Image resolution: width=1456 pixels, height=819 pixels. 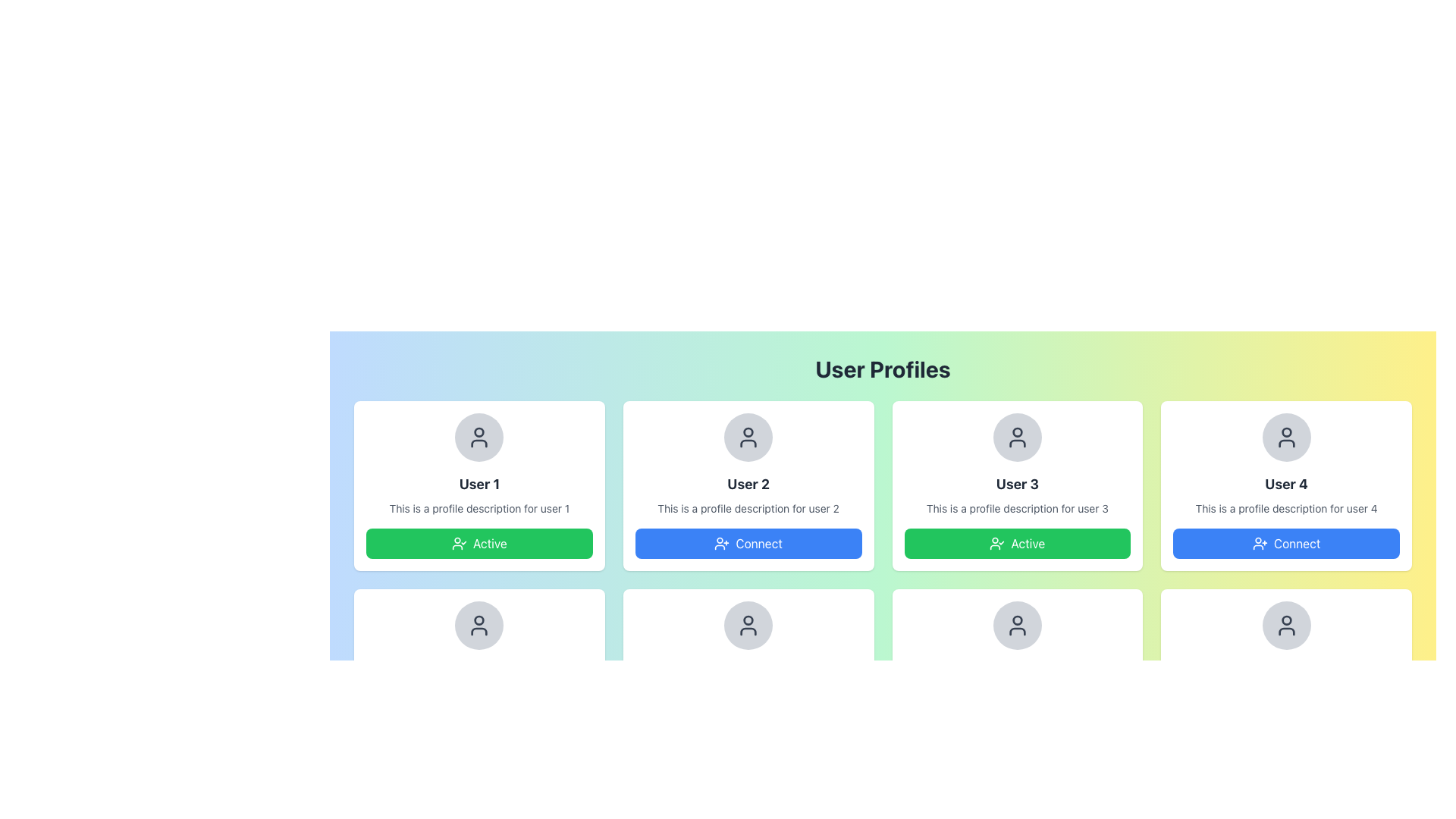 I want to click on the user profile icon located at the topmost position within the rightmost user profile card in the top row of the layout, so click(x=1285, y=438).